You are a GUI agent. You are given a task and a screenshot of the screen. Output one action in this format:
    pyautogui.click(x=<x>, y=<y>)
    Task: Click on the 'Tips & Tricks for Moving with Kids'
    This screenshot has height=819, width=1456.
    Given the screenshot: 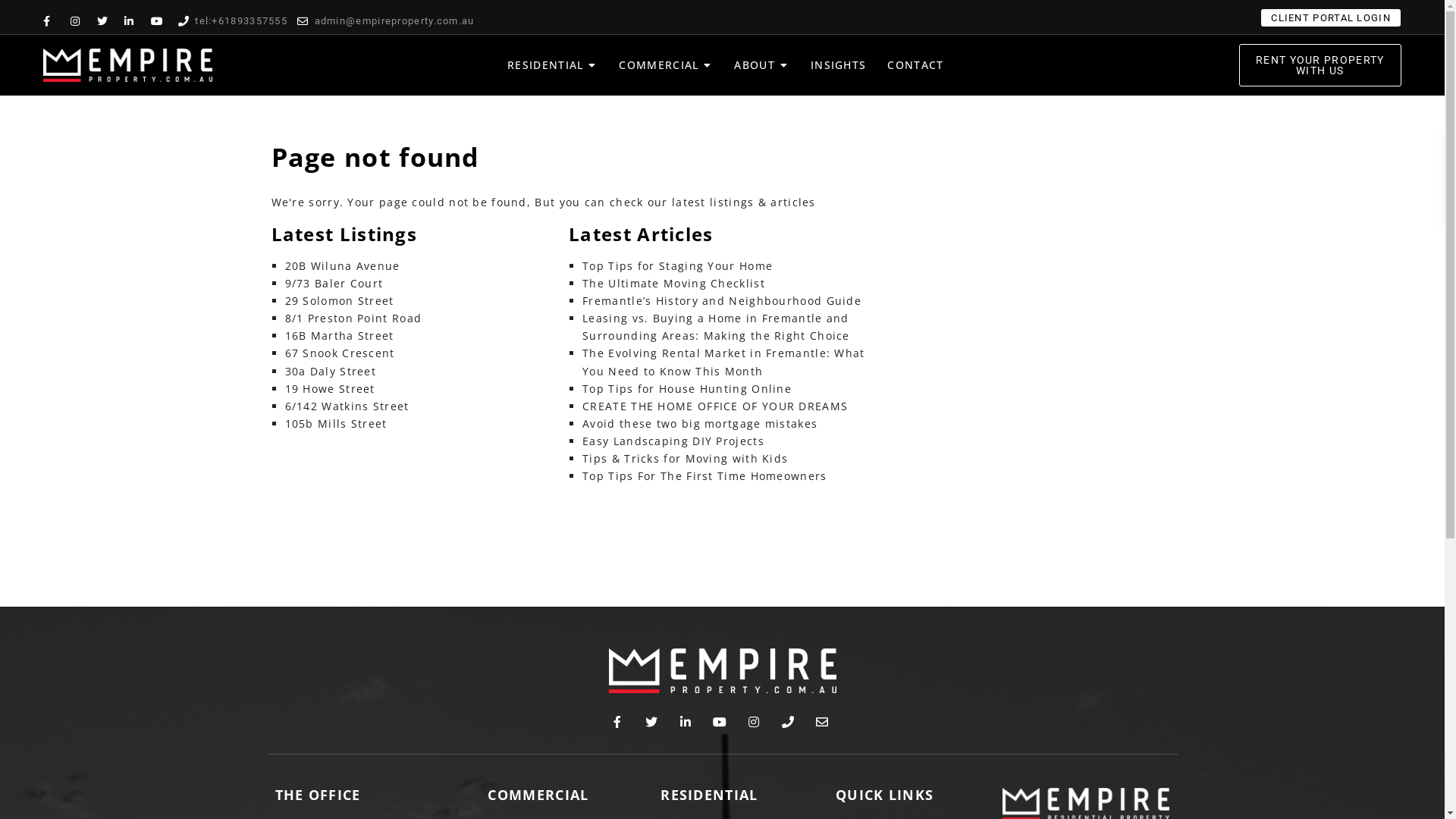 What is the action you would take?
    pyautogui.click(x=684, y=457)
    